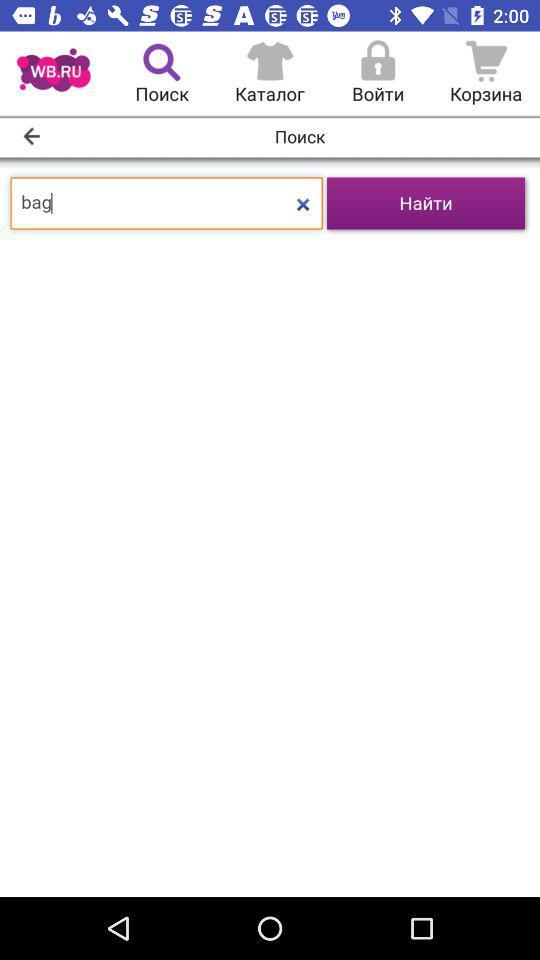  What do you see at coordinates (161, 73) in the screenshot?
I see `the search icon` at bounding box center [161, 73].